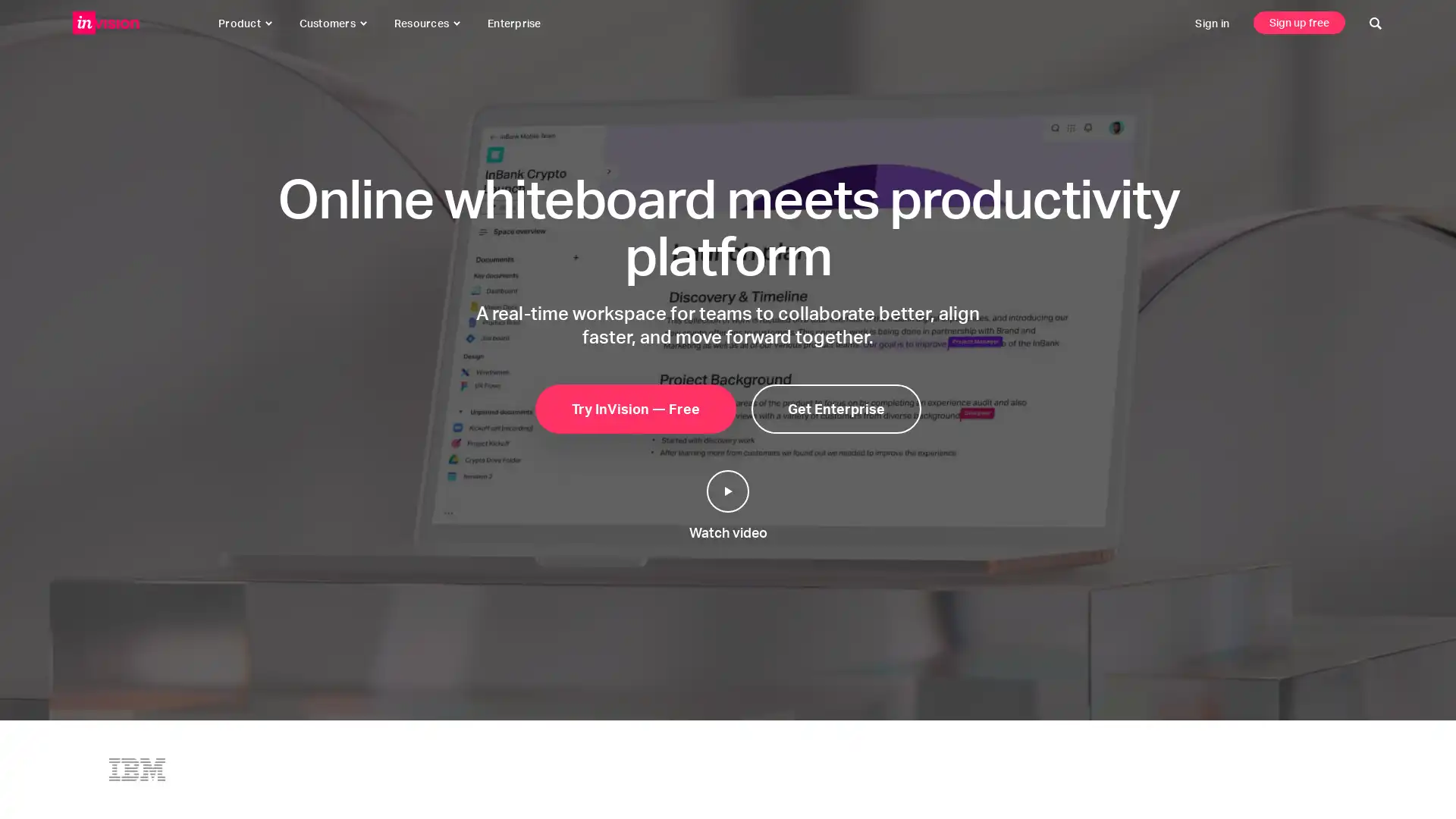  I want to click on click to start a conversation, so click(1407, 772).